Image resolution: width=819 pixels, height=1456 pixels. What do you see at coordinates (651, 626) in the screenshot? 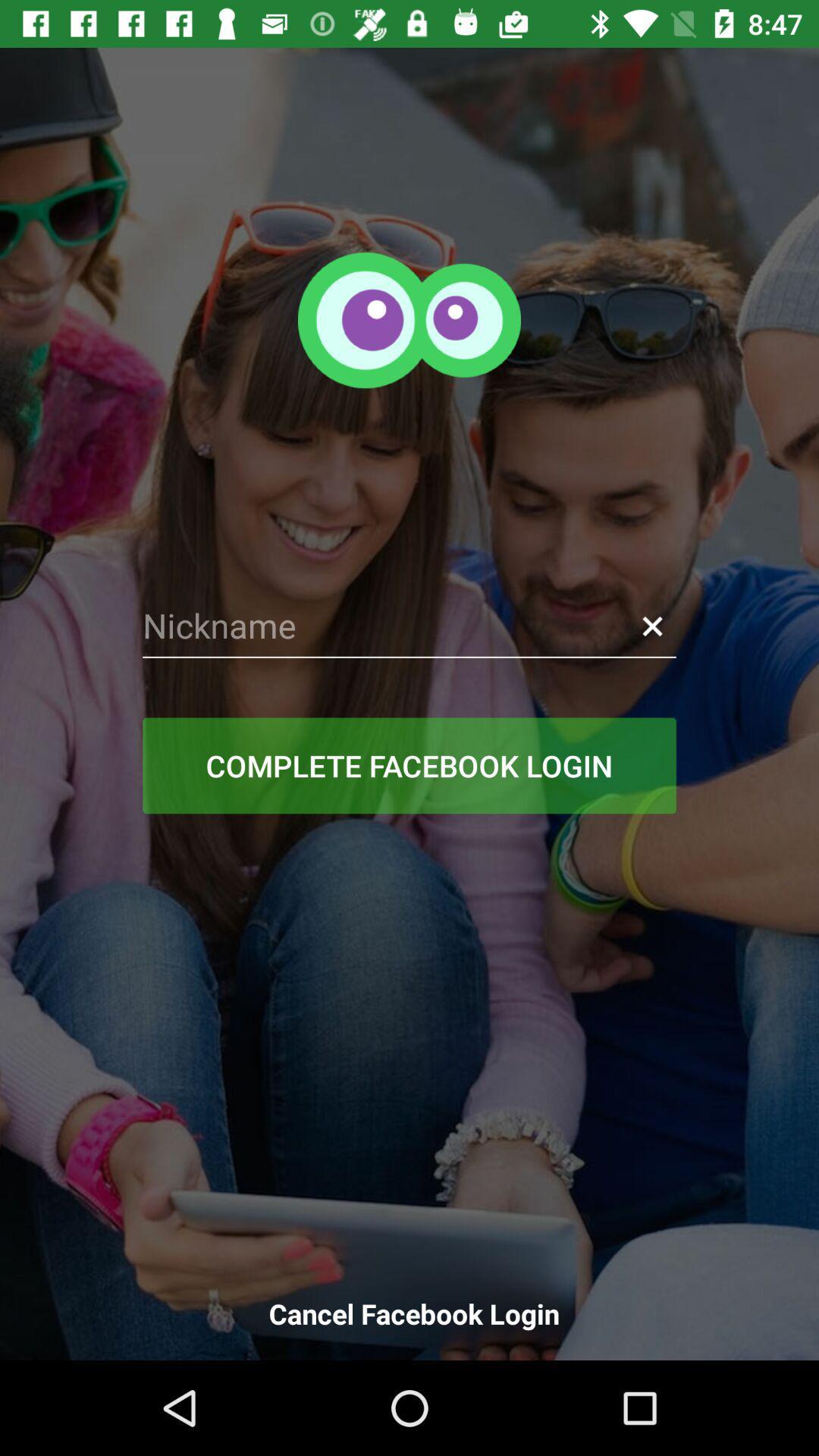
I see `clear the nickname field` at bounding box center [651, 626].